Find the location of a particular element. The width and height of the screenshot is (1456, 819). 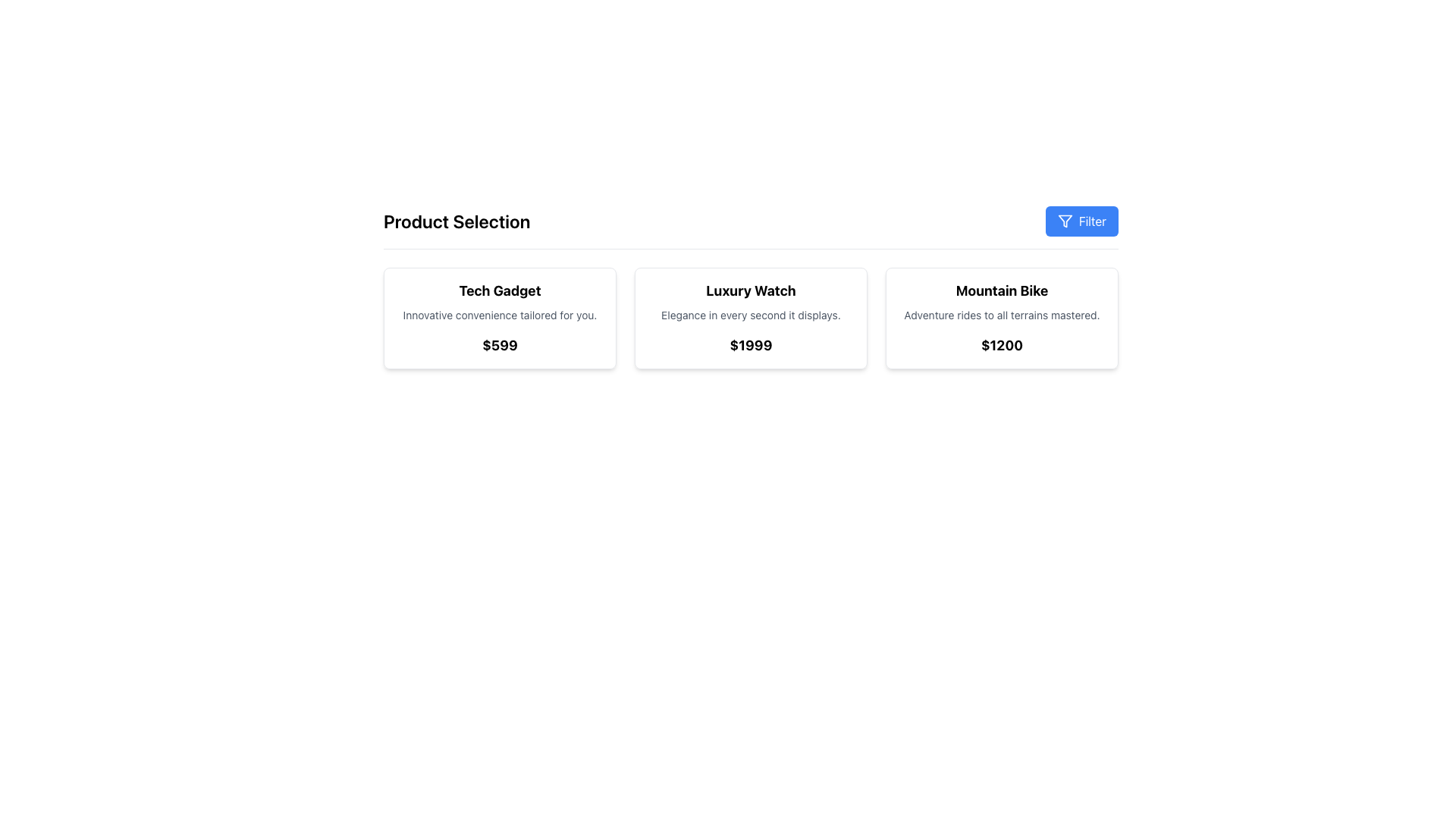

the filter icon resembling a funnel, which is located inside a blue button labeled 'Filter' at the top right of the layout is located at coordinates (1064, 221).